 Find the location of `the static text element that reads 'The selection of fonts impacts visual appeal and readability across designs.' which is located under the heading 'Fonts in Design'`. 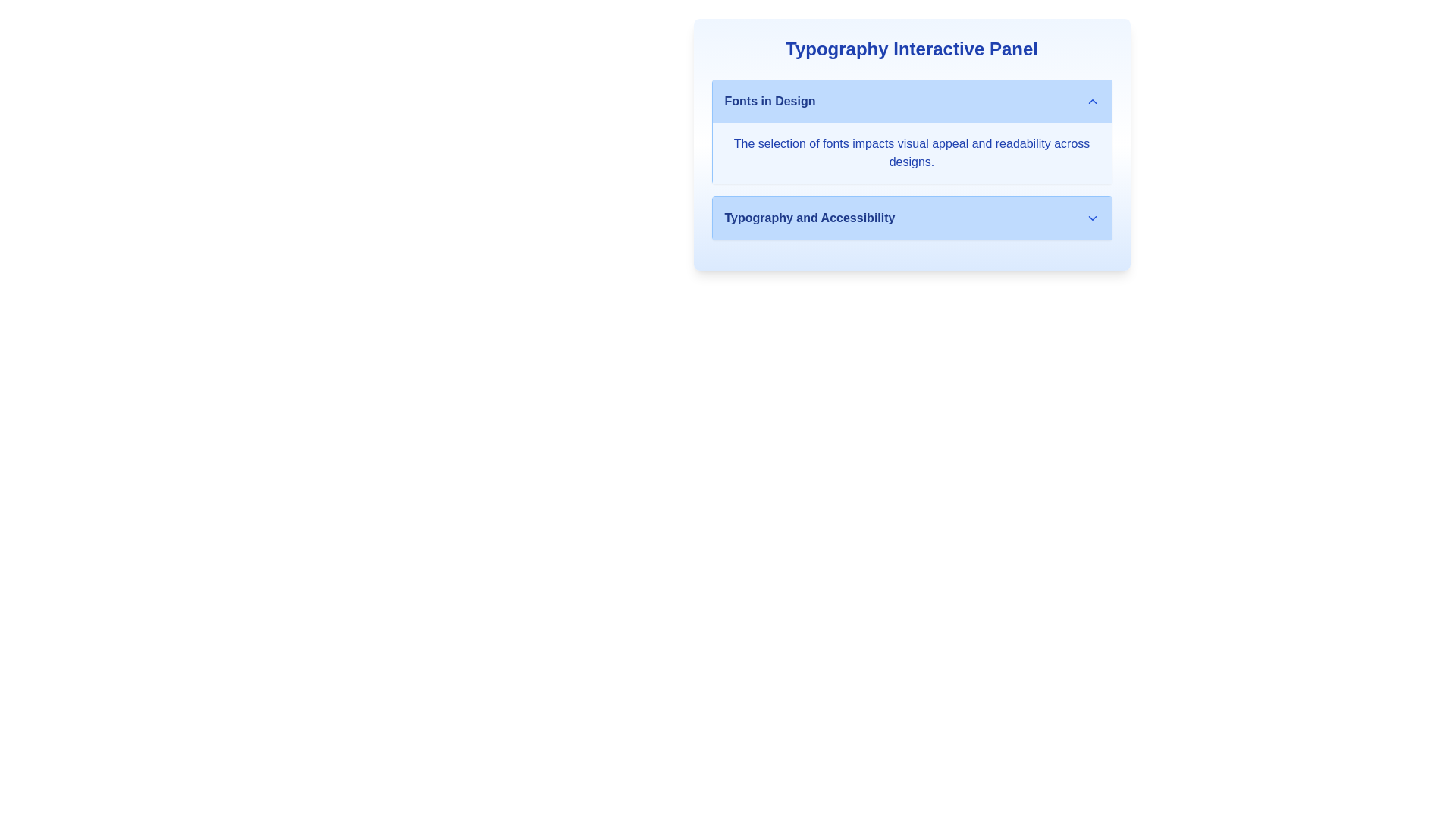

the static text element that reads 'The selection of fonts impacts visual appeal and readability across designs.' which is located under the heading 'Fonts in Design' is located at coordinates (911, 152).